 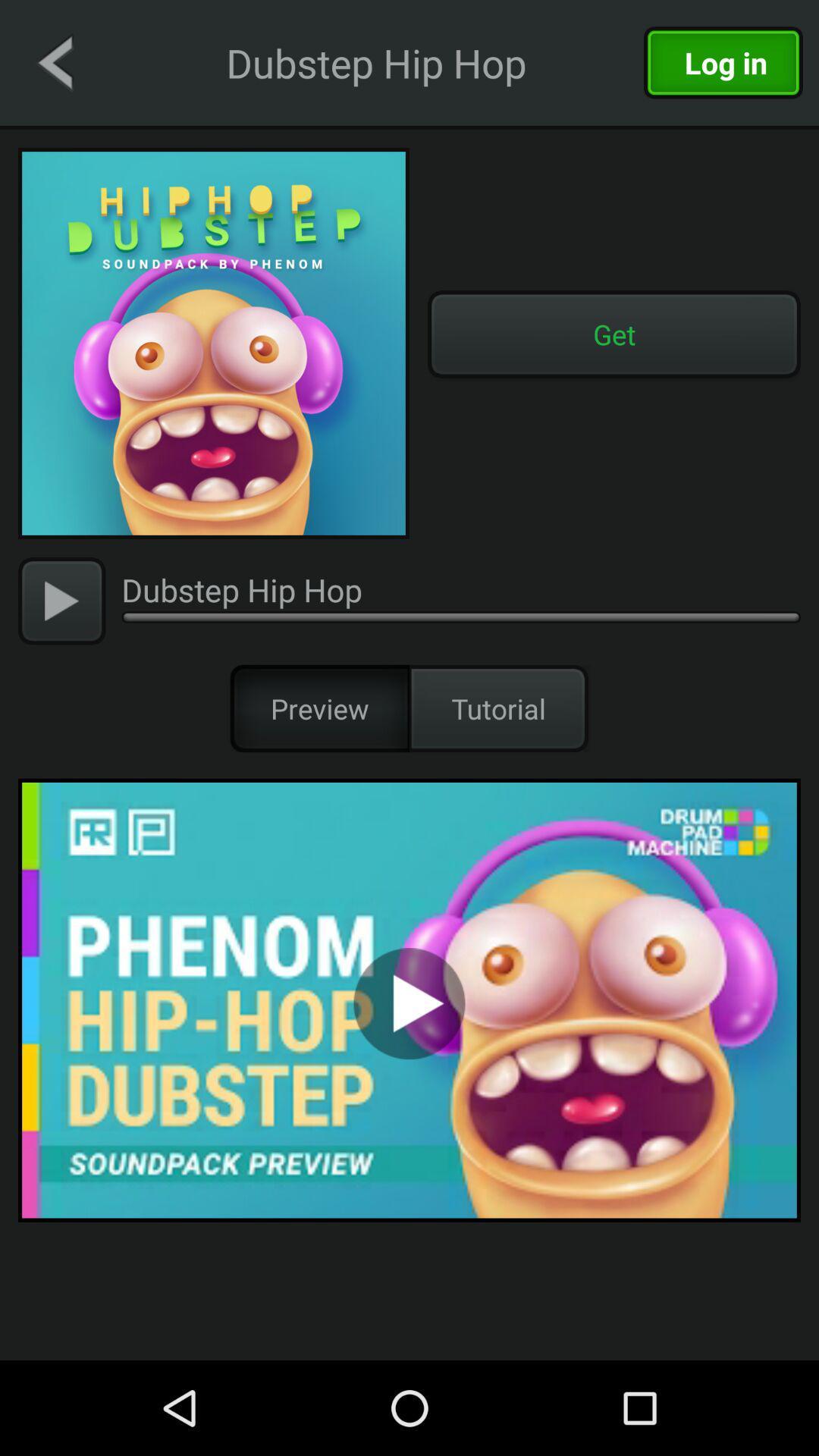 What do you see at coordinates (213, 342) in the screenshot?
I see `icon to the left of the get icon` at bounding box center [213, 342].